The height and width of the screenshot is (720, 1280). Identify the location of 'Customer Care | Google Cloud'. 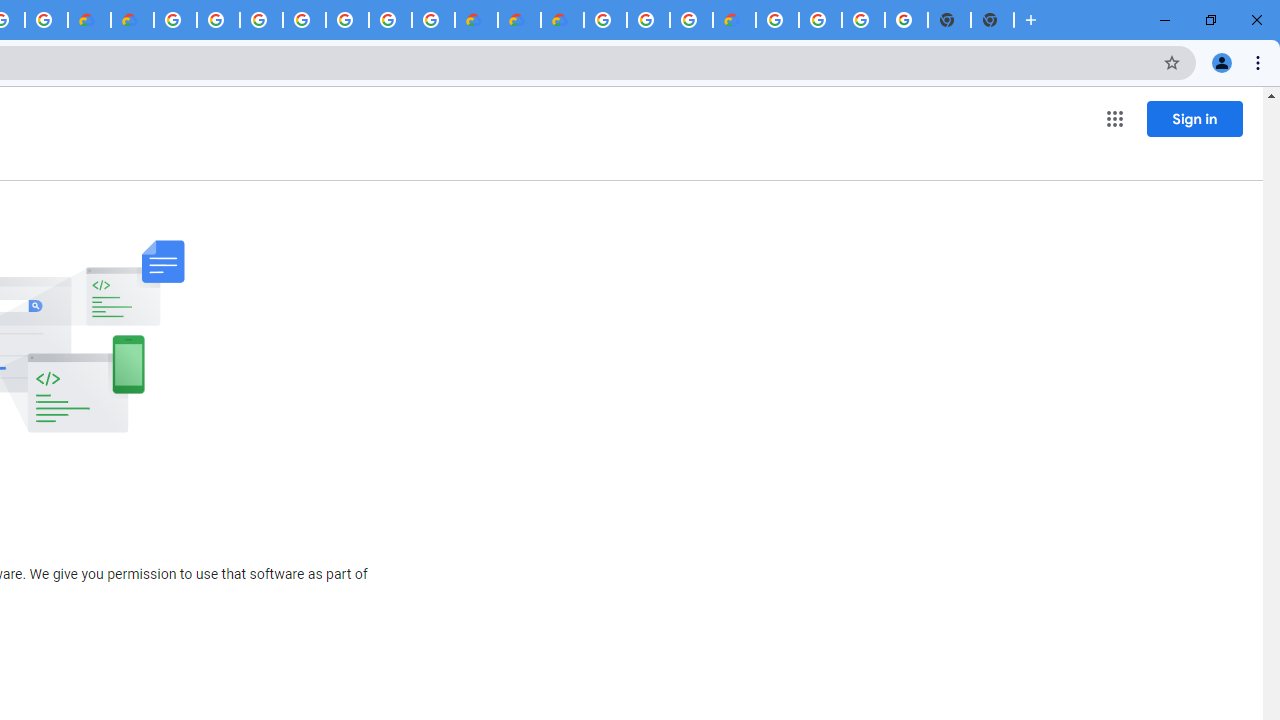
(88, 20).